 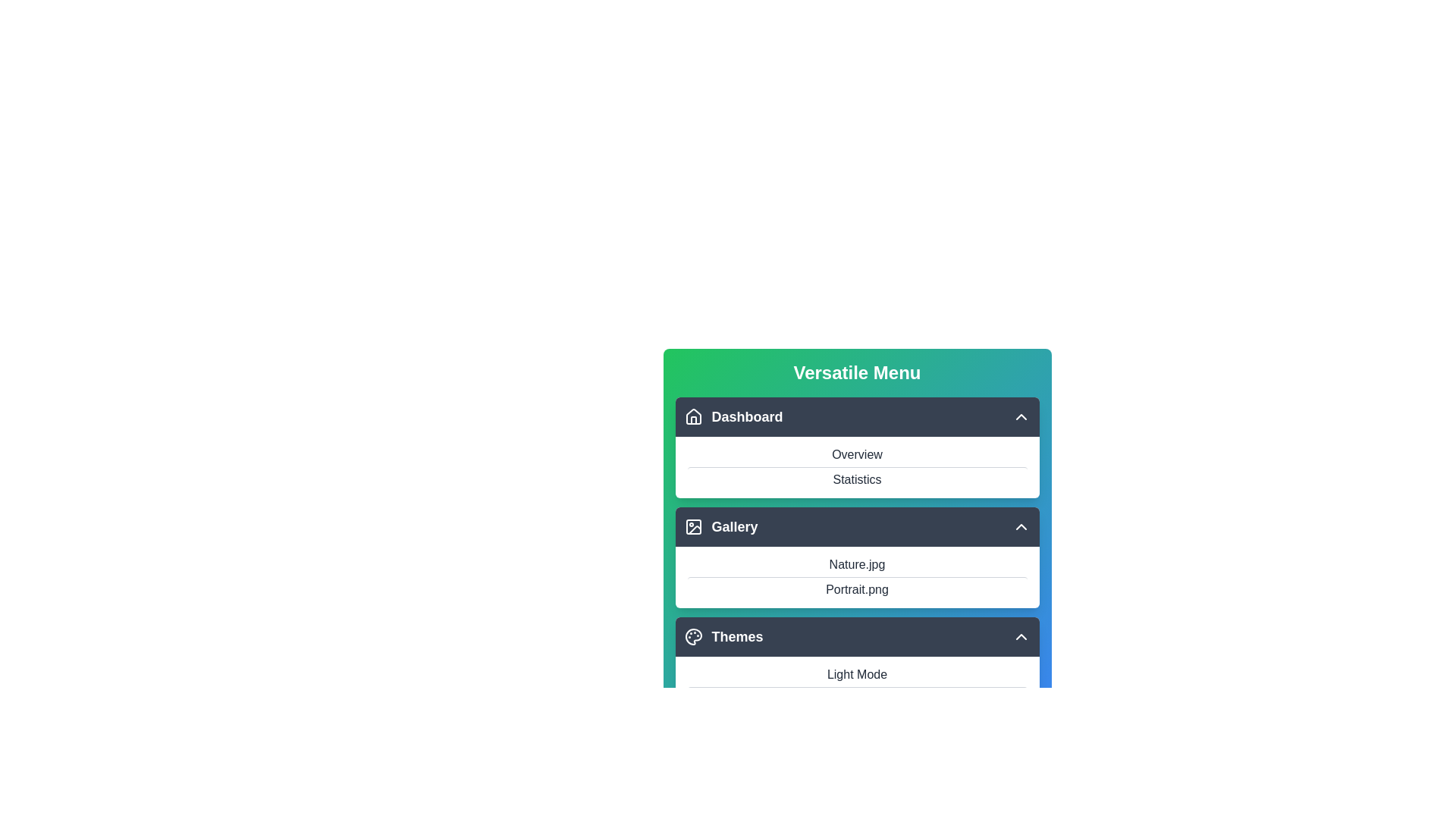 I want to click on the item Statistics from the section Dashboard, so click(x=857, y=417).